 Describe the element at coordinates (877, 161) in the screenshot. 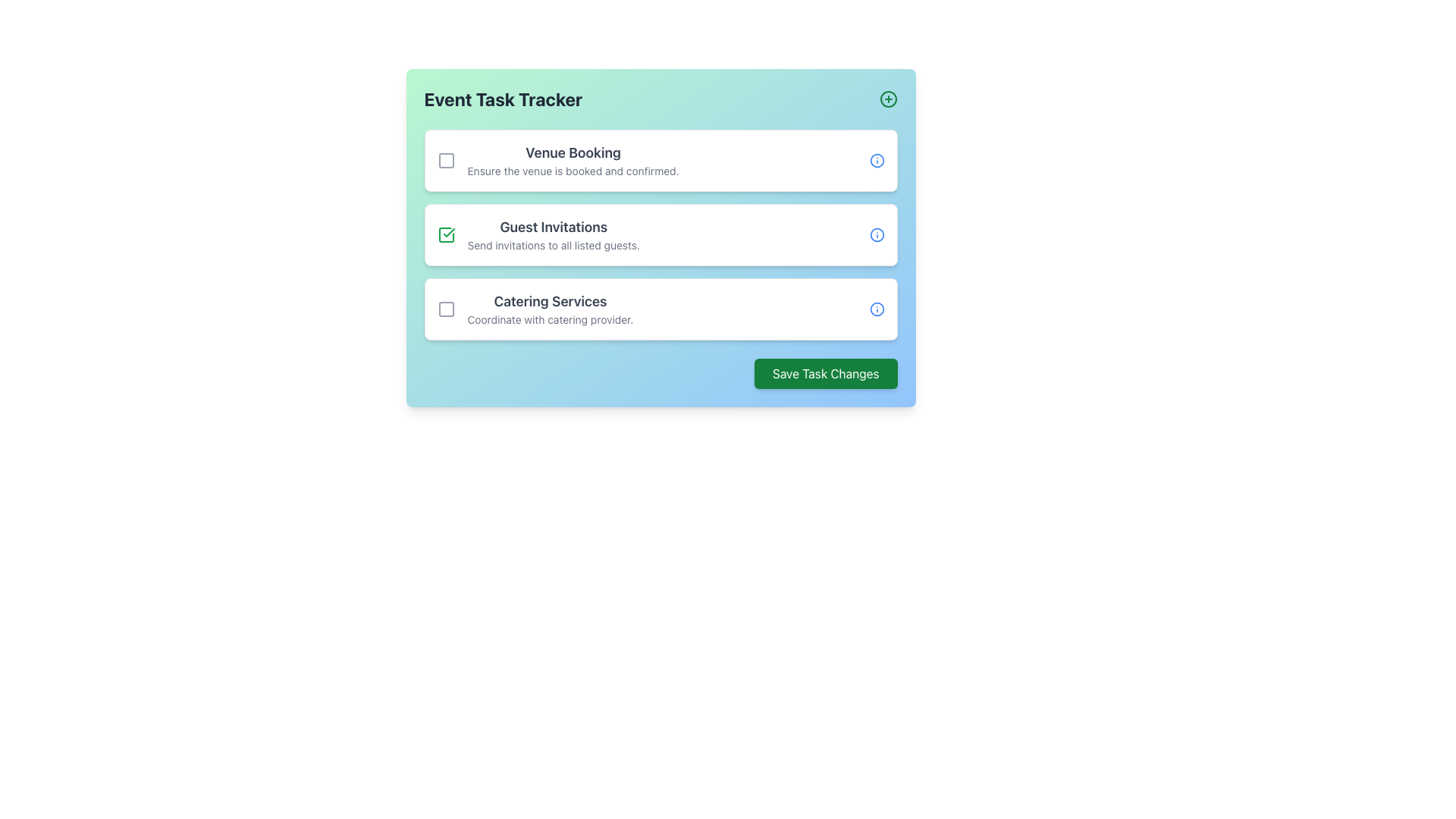

I see `the circular graphic element in the 'Venue Booking' task entry located in the upper right corner` at that location.